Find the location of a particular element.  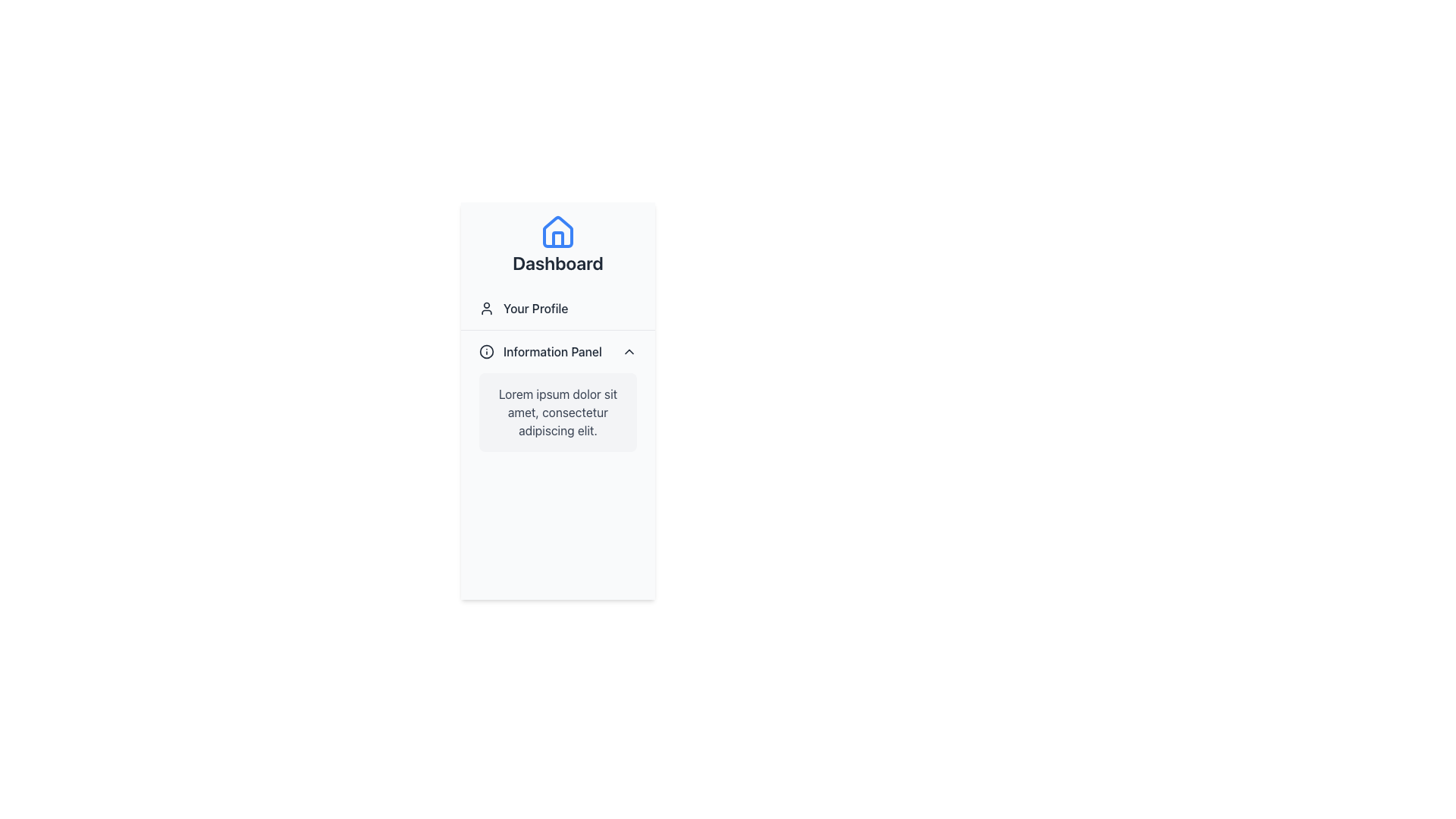

the text label that serves as a heading or label for the section, located centrally below a house icon is located at coordinates (557, 262).